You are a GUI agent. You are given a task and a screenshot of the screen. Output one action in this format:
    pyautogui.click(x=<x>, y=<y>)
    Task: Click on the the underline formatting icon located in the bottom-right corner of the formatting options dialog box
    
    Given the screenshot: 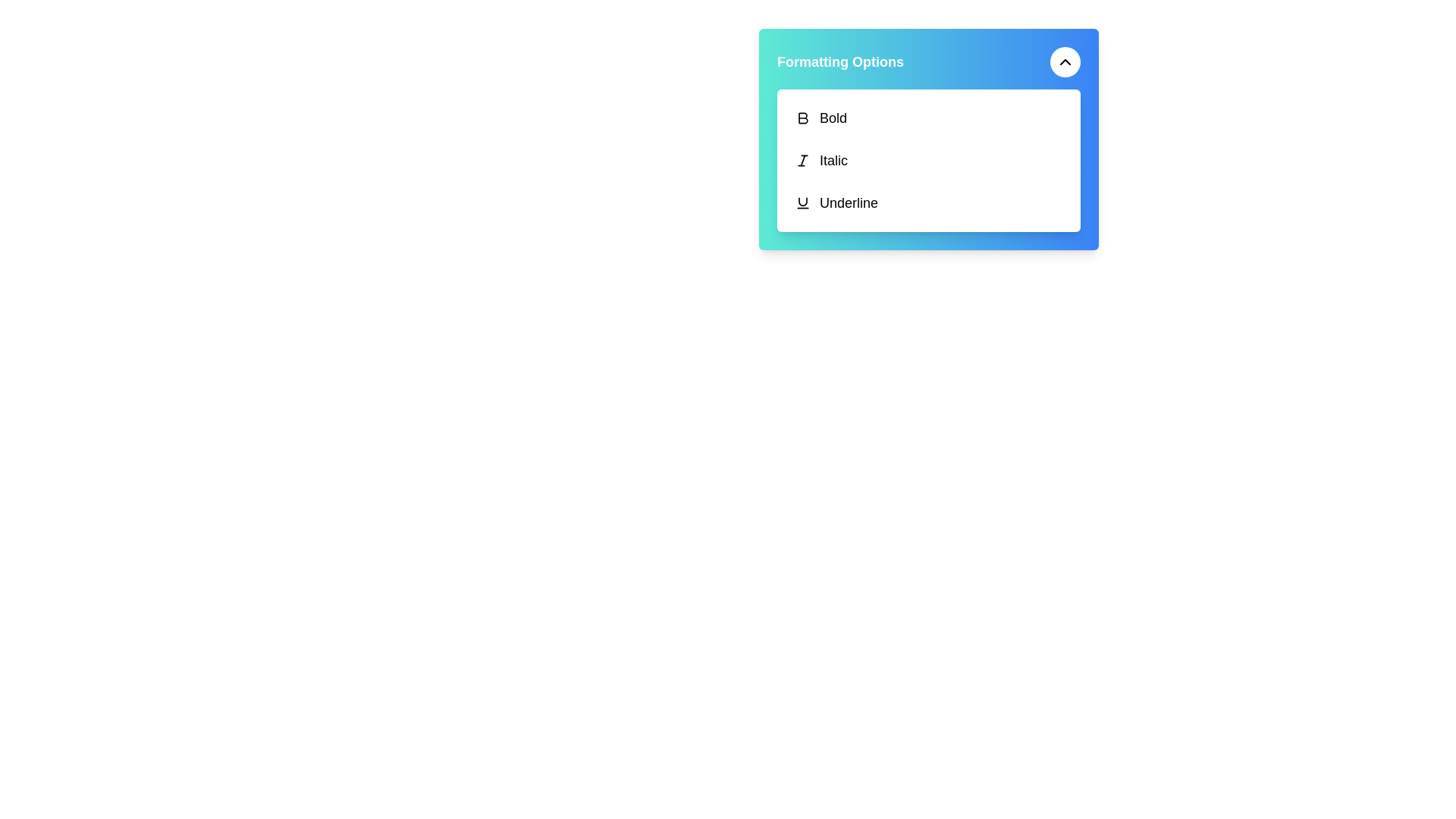 What is the action you would take?
    pyautogui.click(x=802, y=201)
    